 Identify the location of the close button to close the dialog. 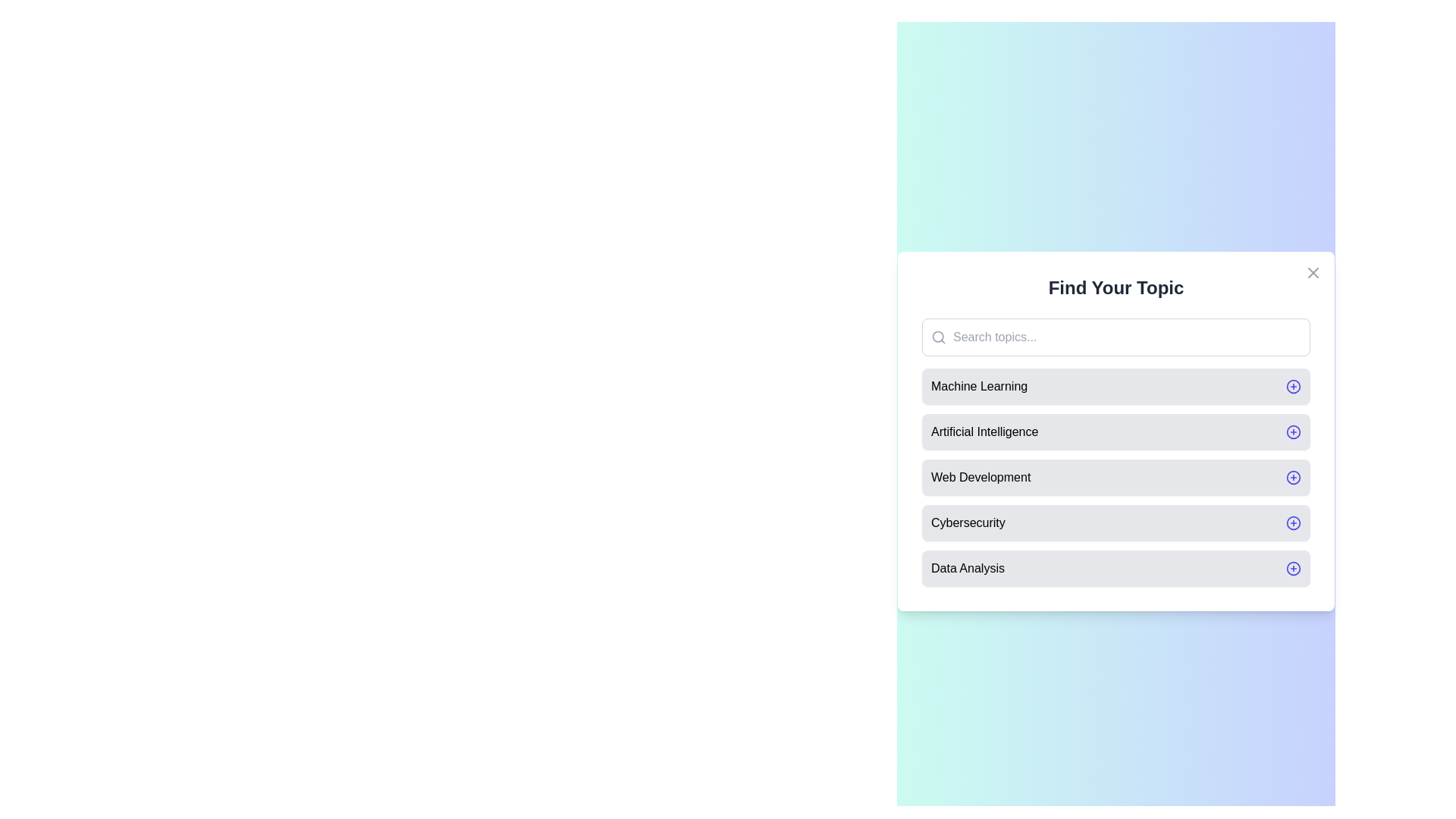
(1313, 271).